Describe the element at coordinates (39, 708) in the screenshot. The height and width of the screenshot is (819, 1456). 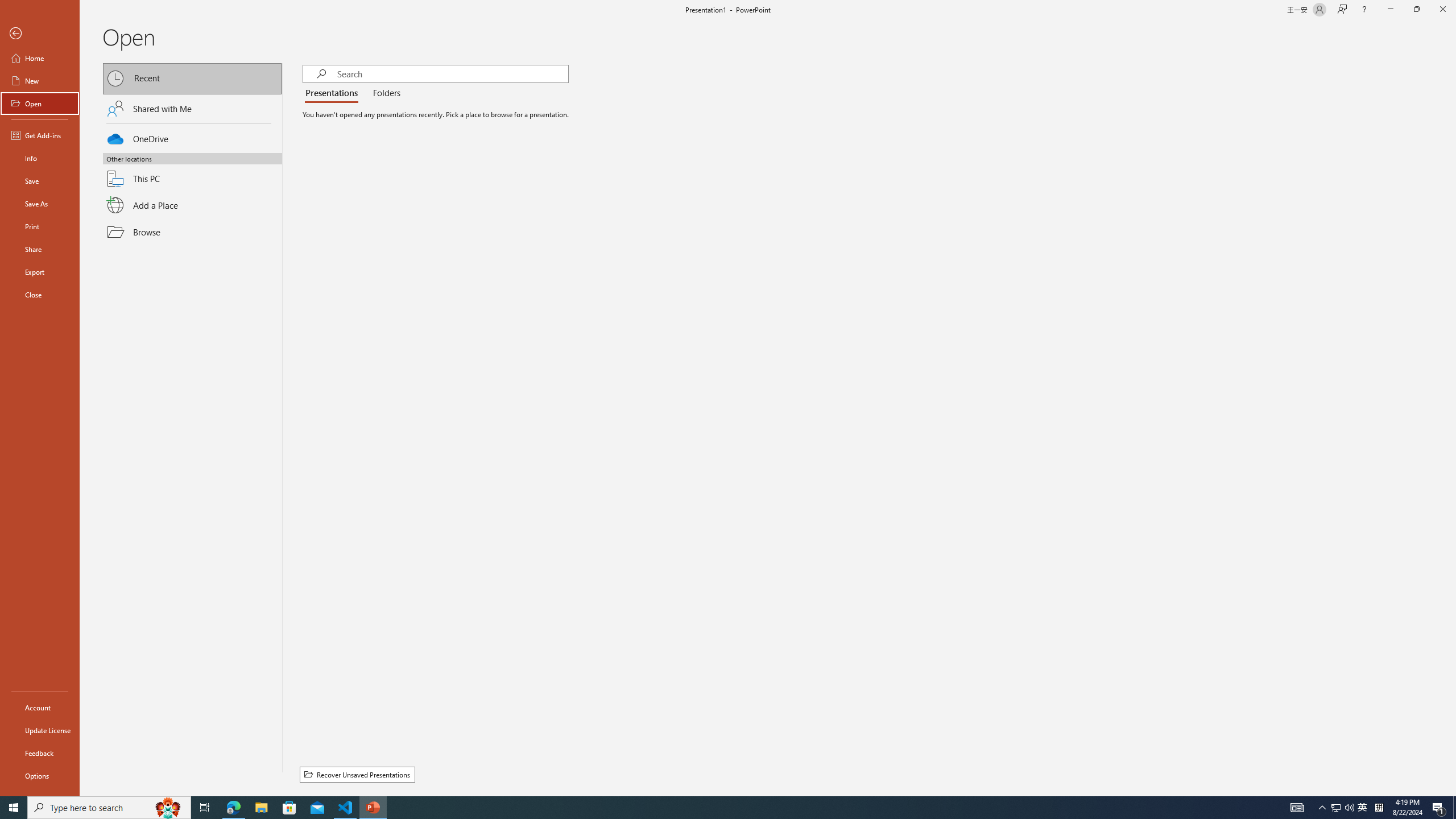
I see `'Account'` at that location.